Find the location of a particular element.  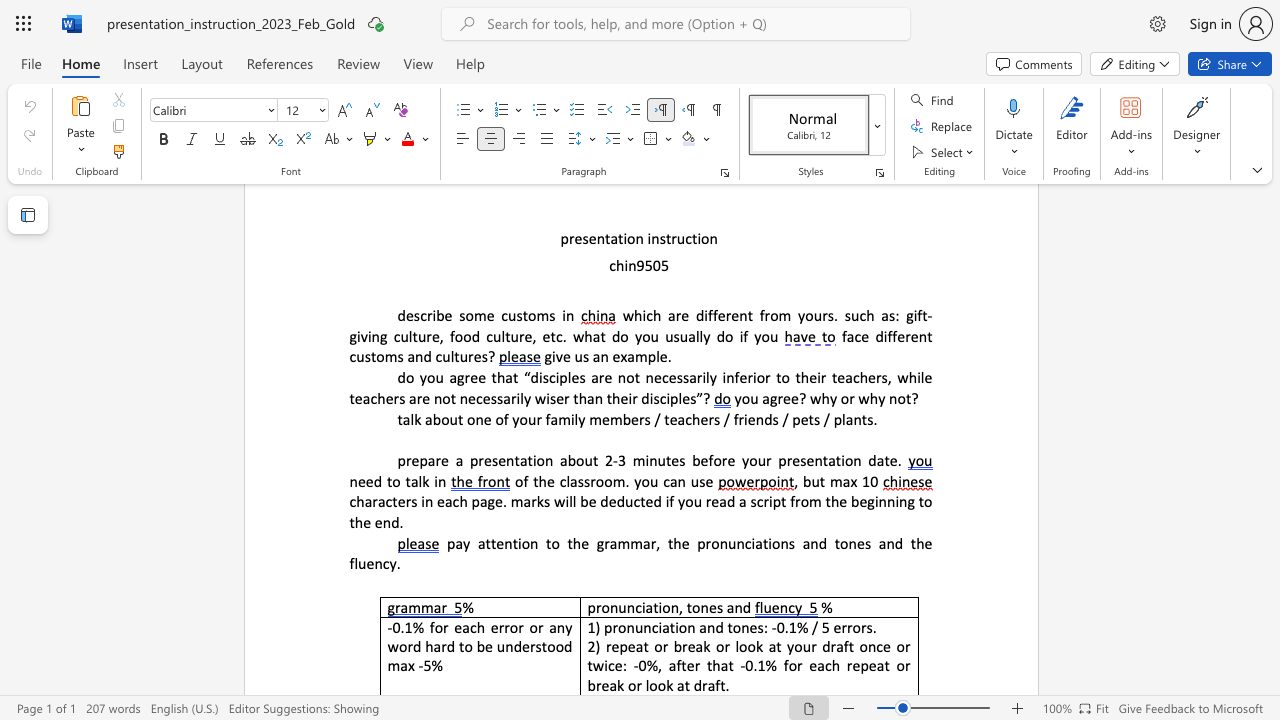

the subset text "or break or look at draf" within the text "2) repeat or break or look at your draft once or twice: -0%, after that -0.1% for each repeat or break or look at draft." is located at coordinates (895, 665).